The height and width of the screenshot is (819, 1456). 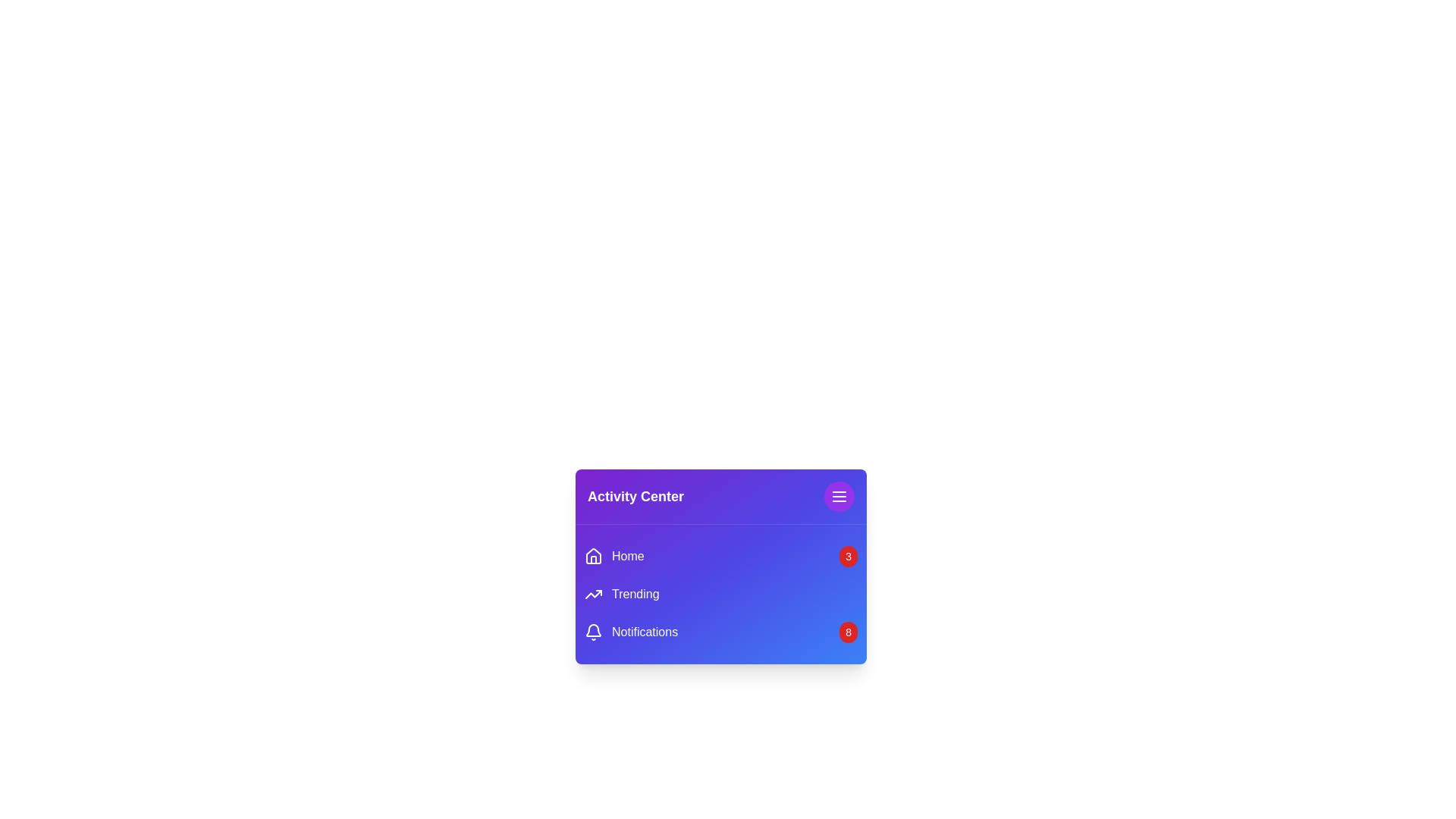 What do you see at coordinates (847, 556) in the screenshot?
I see `the notification badge for Home` at bounding box center [847, 556].